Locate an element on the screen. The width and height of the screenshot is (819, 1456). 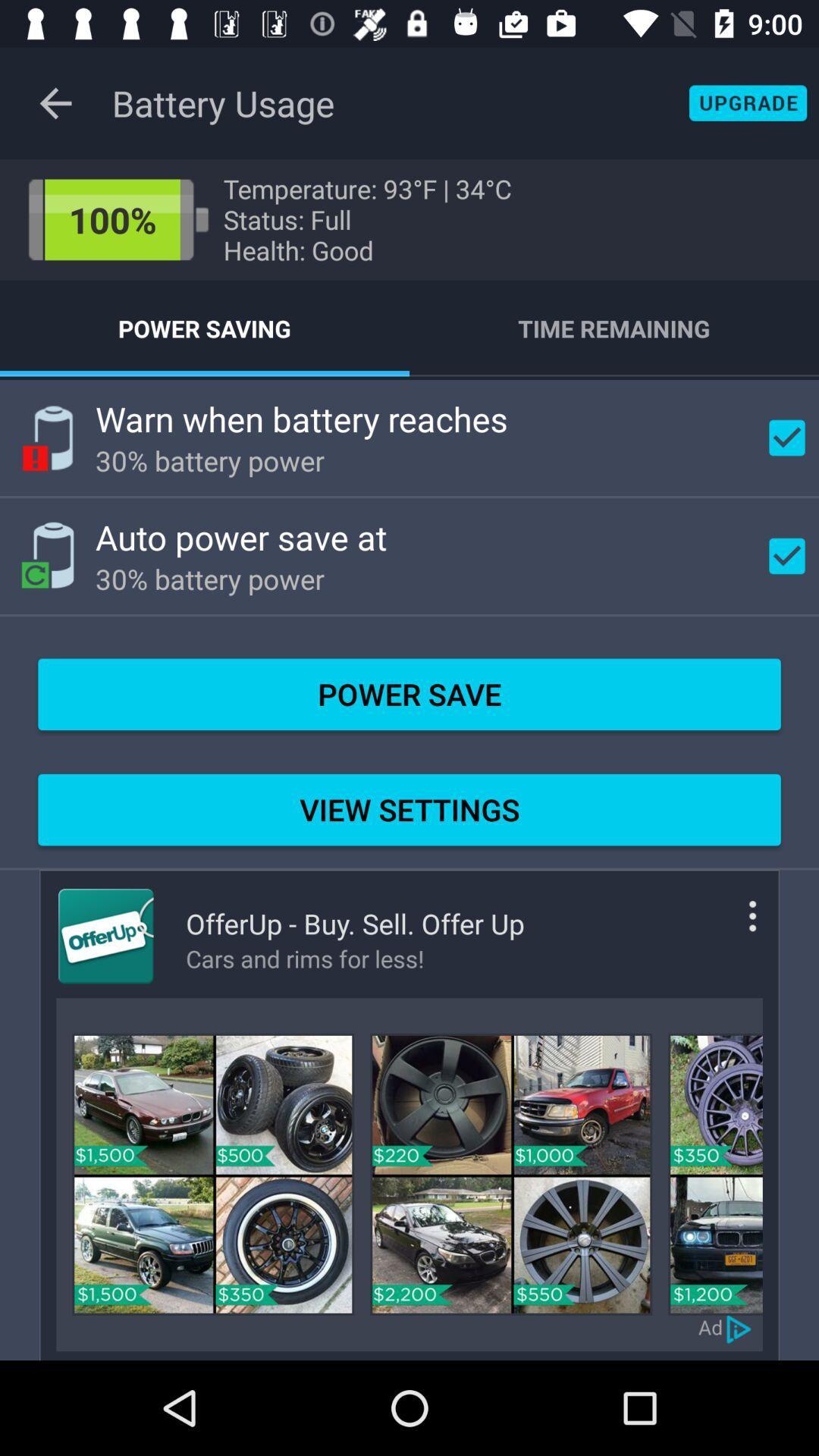
the item at the bottom left corner is located at coordinates (213, 1173).